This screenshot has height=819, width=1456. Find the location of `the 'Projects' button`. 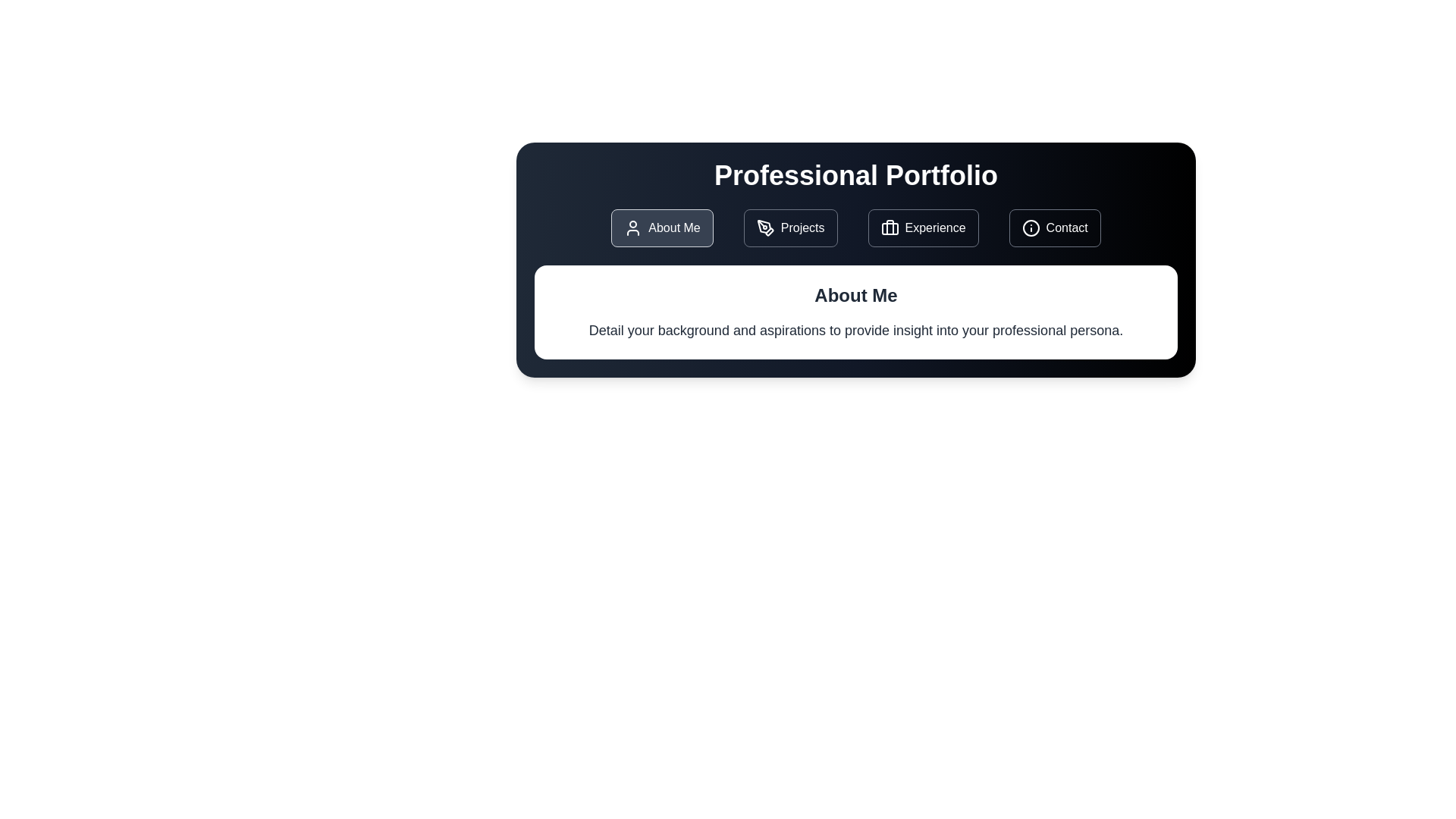

the 'Projects' button is located at coordinates (789, 227).